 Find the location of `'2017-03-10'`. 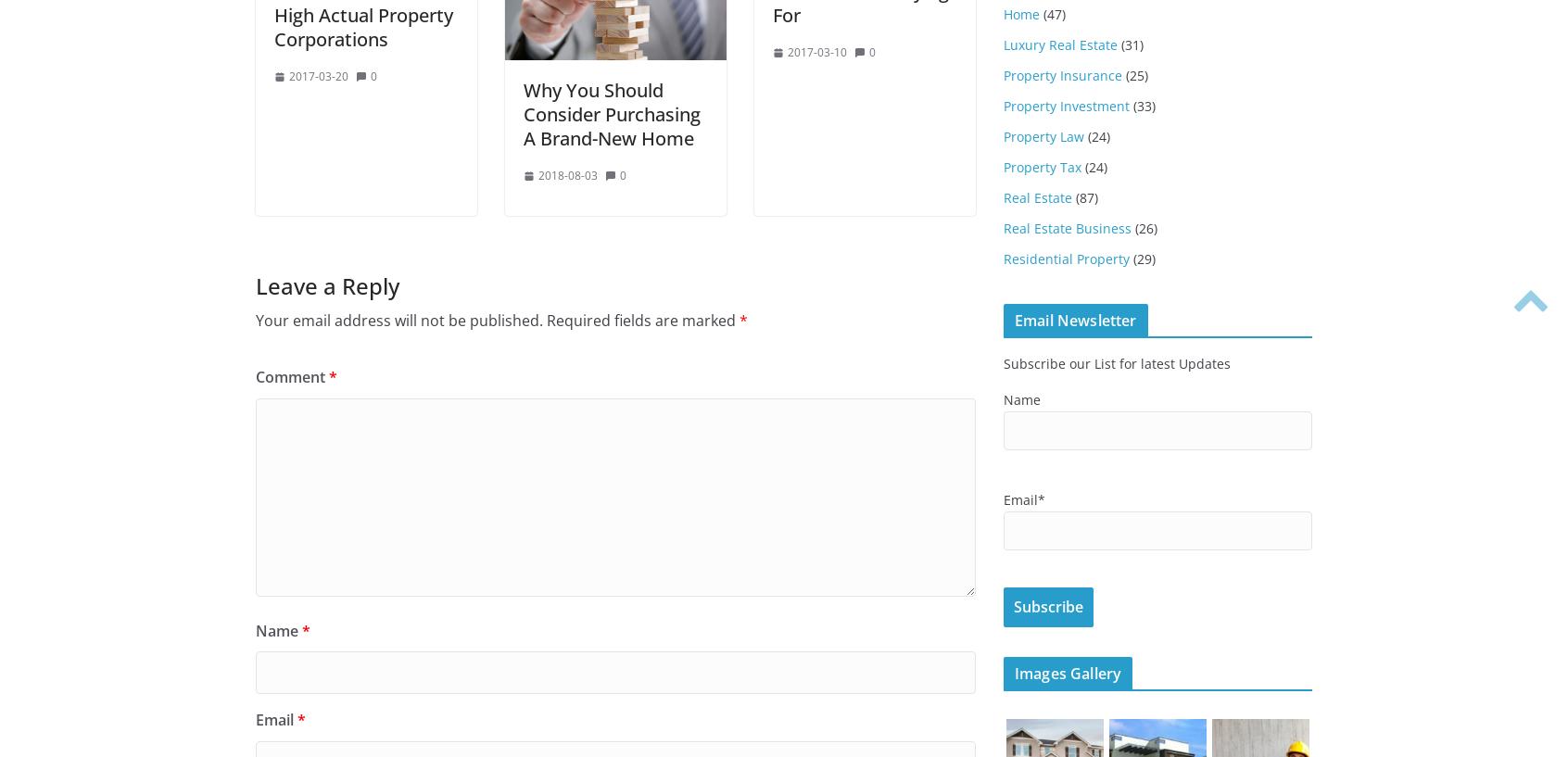

'2017-03-10' is located at coordinates (816, 51).